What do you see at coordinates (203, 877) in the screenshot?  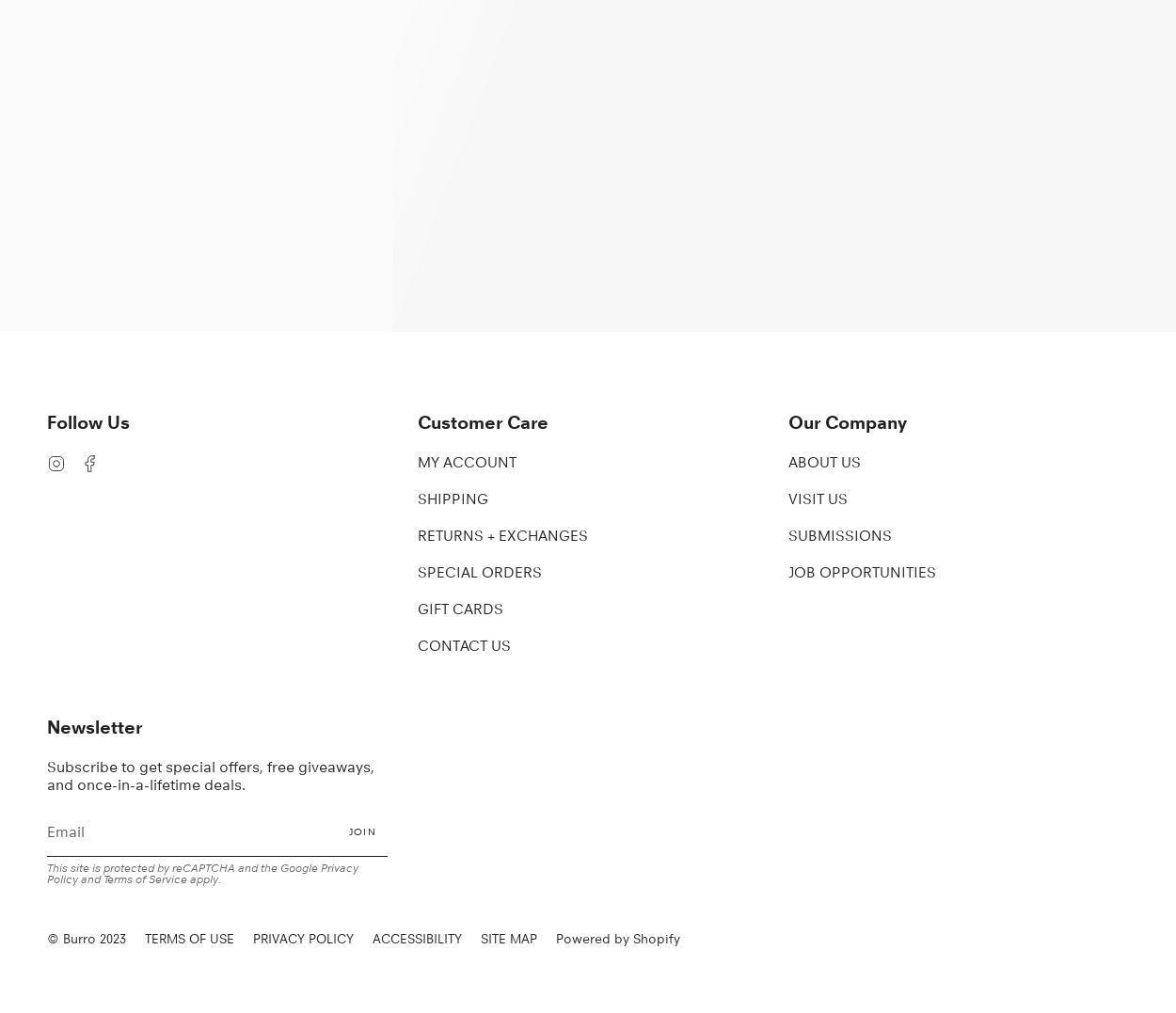 I see `'apply.'` at bounding box center [203, 877].